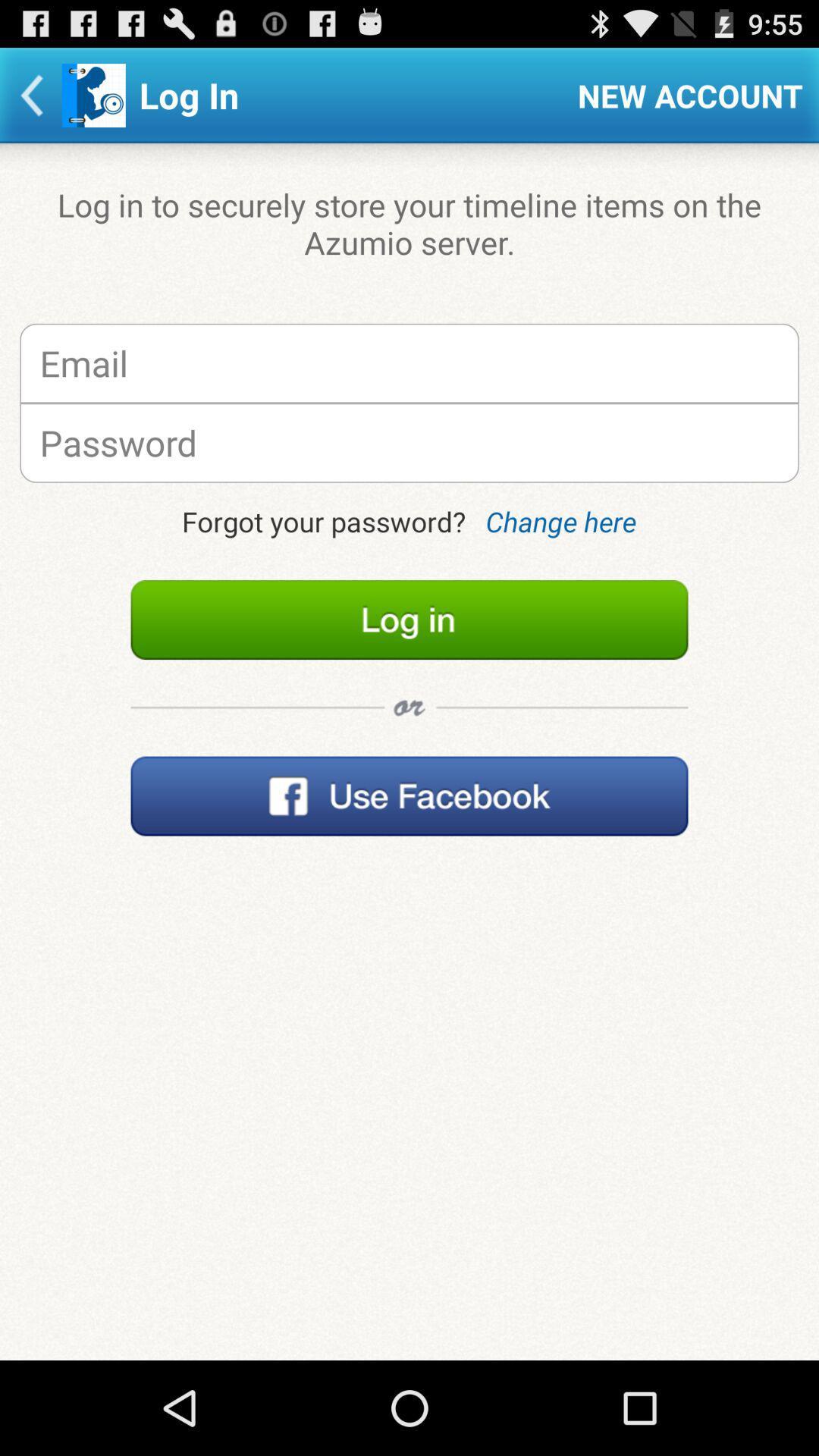  Describe the element at coordinates (690, 94) in the screenshot. I see `new account` at that location.